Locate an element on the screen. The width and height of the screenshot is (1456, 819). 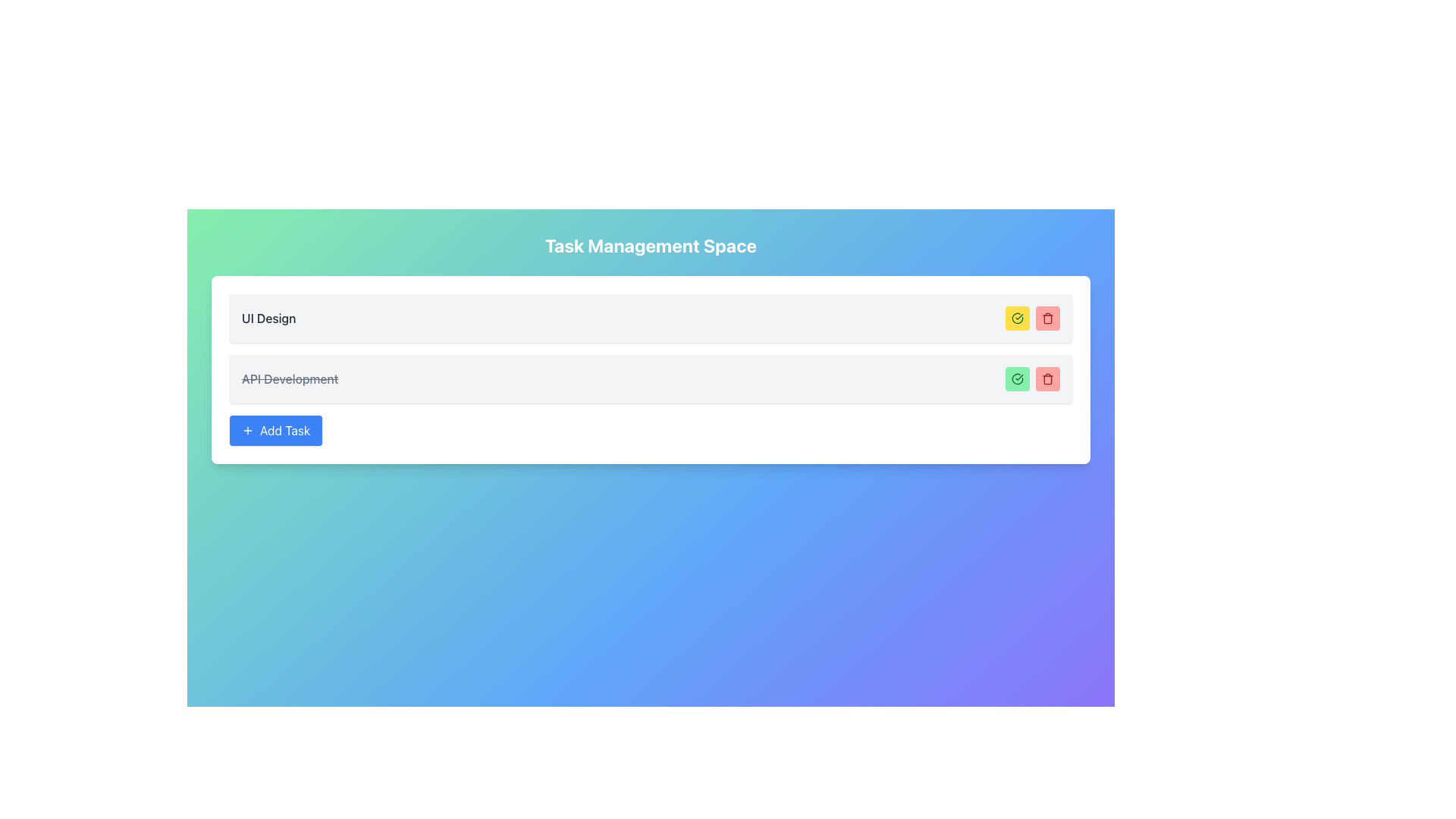
the red trash icon button with rounded corners is located at coordinates (1047, 378).